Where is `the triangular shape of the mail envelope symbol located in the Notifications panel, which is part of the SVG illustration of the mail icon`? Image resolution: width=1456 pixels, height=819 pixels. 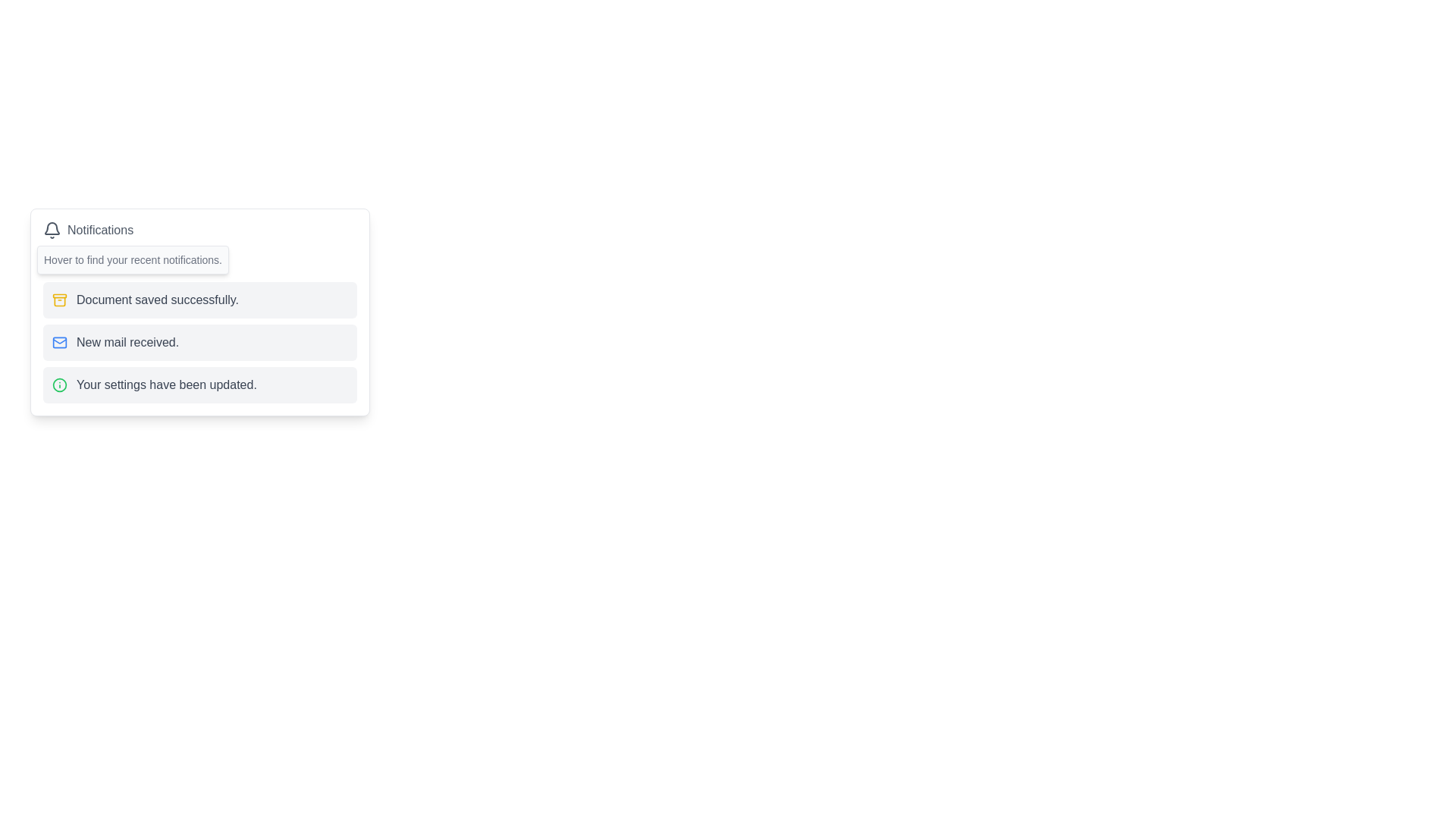 the triangular shape of the mail envelope symbol located in the Notifications panel, which is part of the SVG illustration of the mail icon is located at coordinates (59, 341).